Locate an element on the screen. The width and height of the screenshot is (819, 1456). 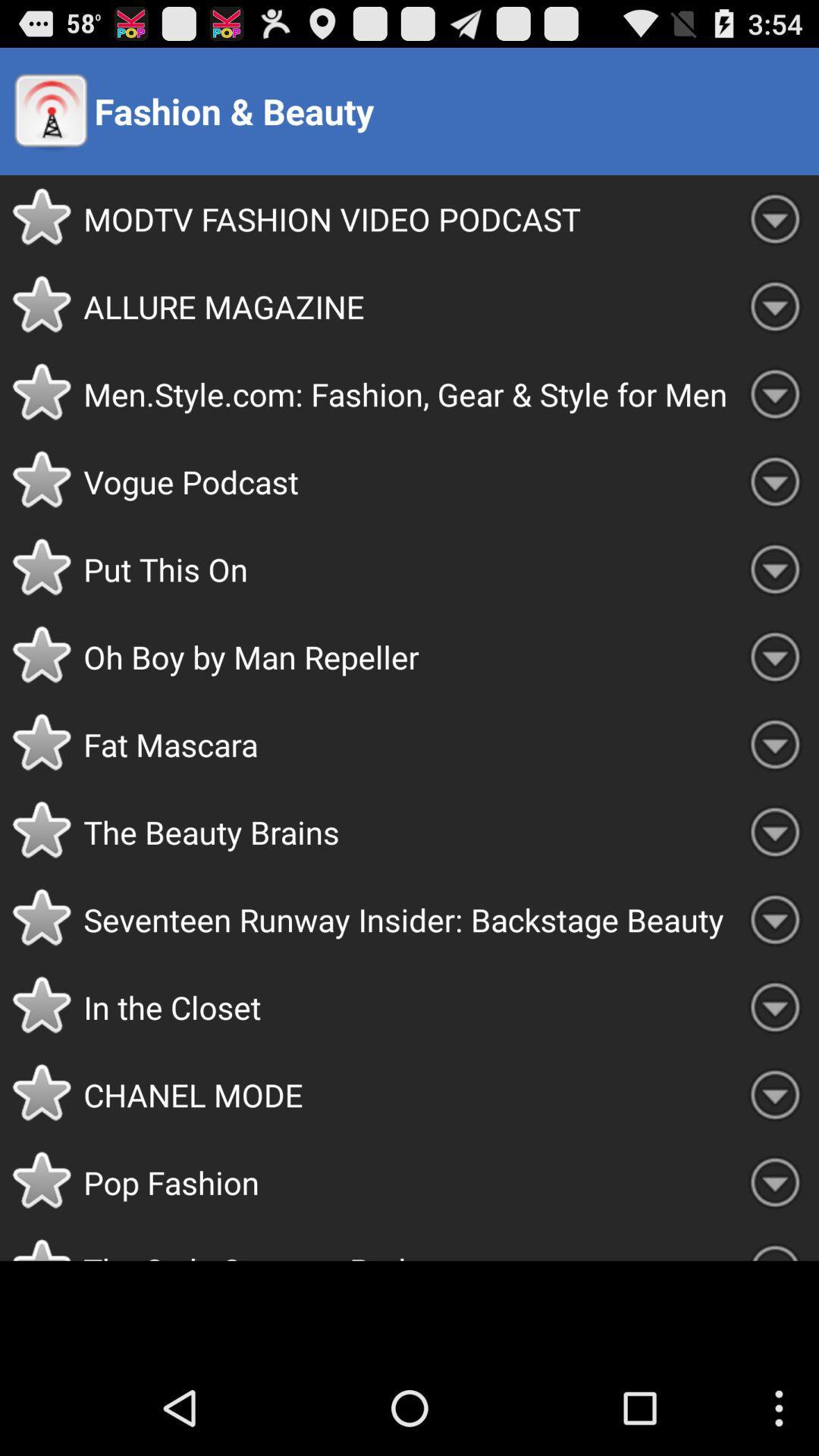
the downward play icon next to put this on is located at coordinates (775, 568).